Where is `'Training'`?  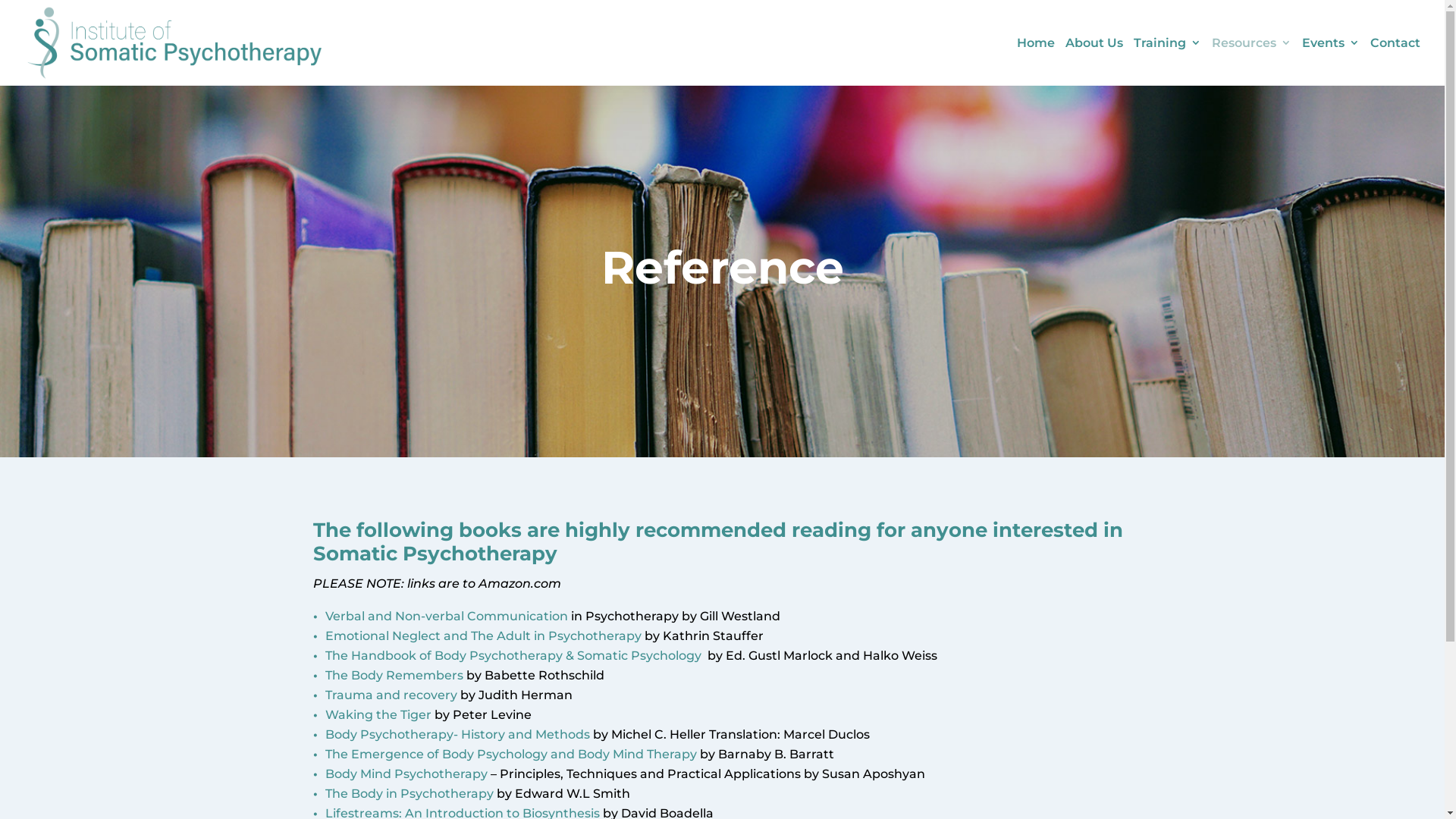
'Training' is located at coordinates (1166, 61).